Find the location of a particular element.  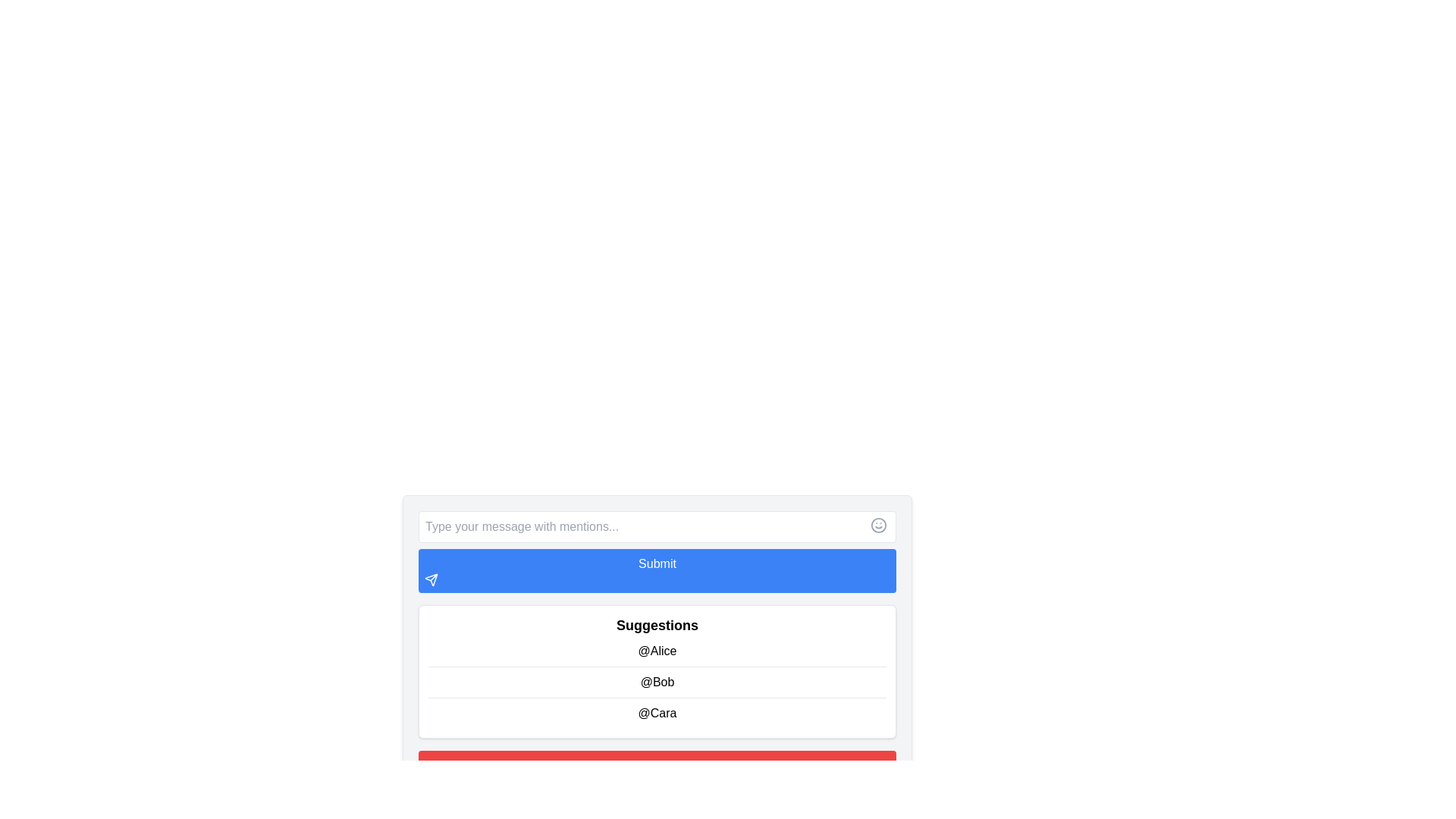

the smiling face circular icon located on the far right side of the 'Type your message with mentions...' text input box is located at coordinates (878, 525).